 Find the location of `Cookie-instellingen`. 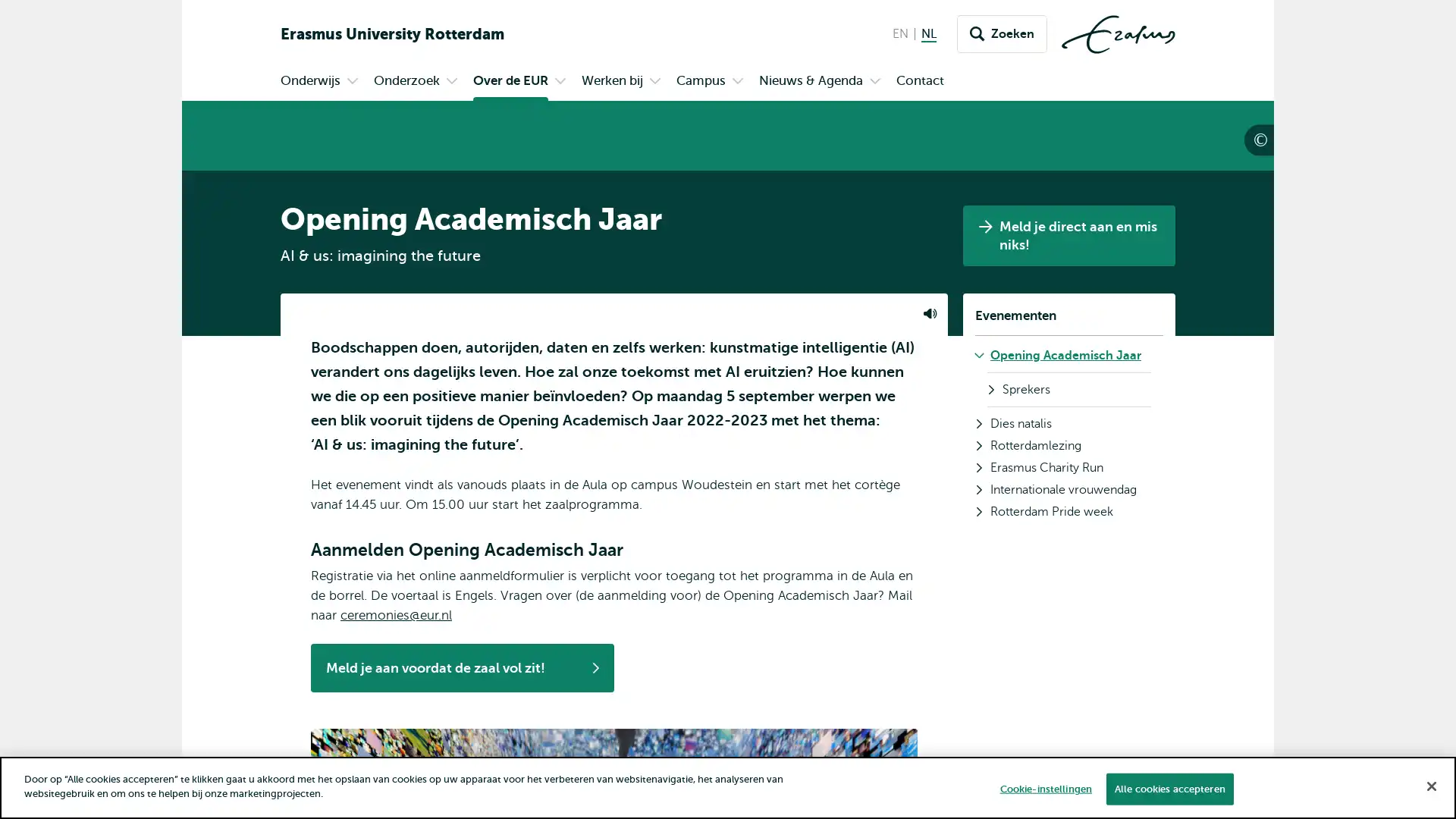

Cookie-instellingen is located at coordinates (1044, 788).